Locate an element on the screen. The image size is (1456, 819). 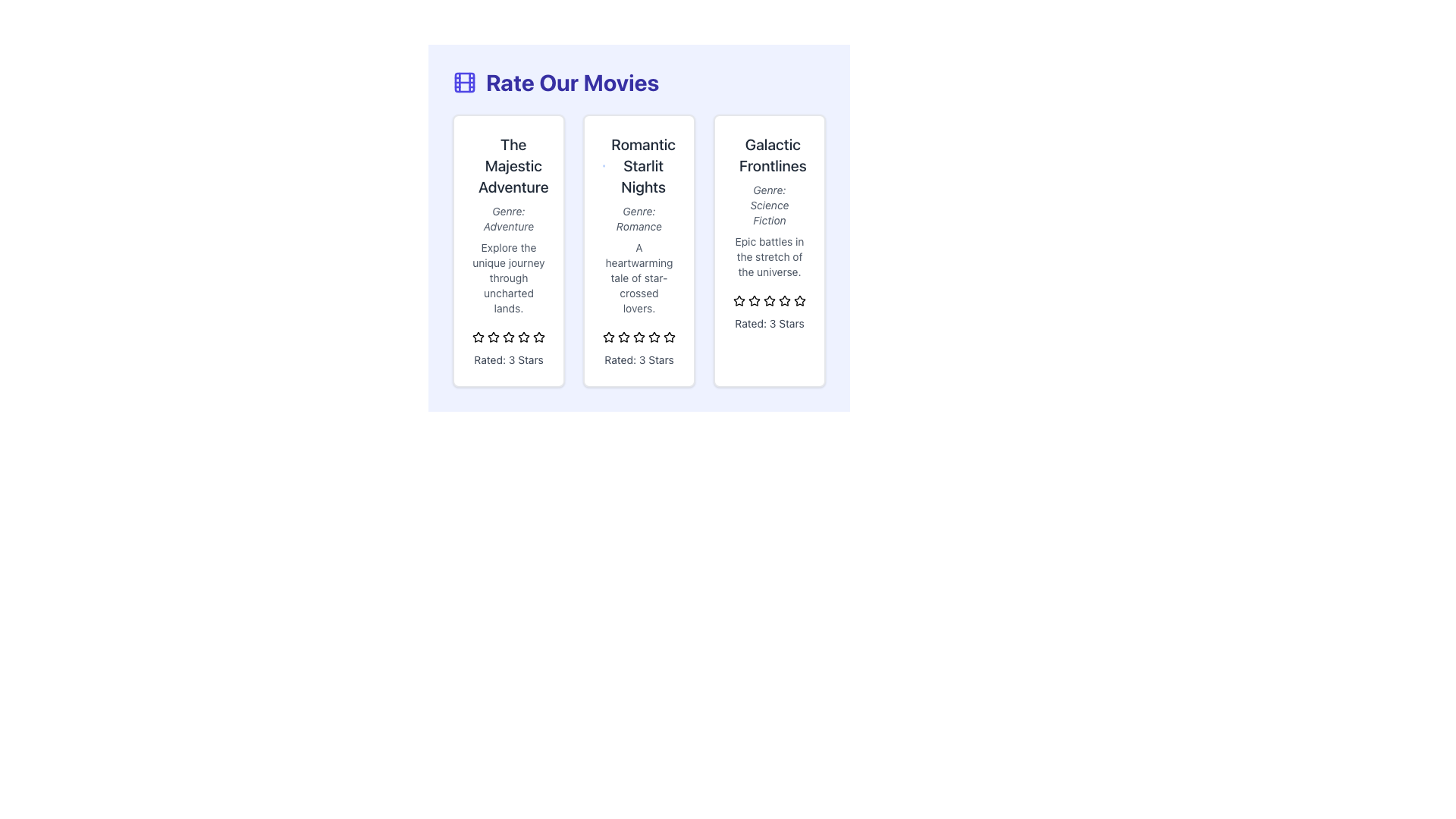
text from the Label indicating the genre of the film 'The Majestic Adventure', located below the title and above the descriptive paragraph is located at coordinates (509, 219).